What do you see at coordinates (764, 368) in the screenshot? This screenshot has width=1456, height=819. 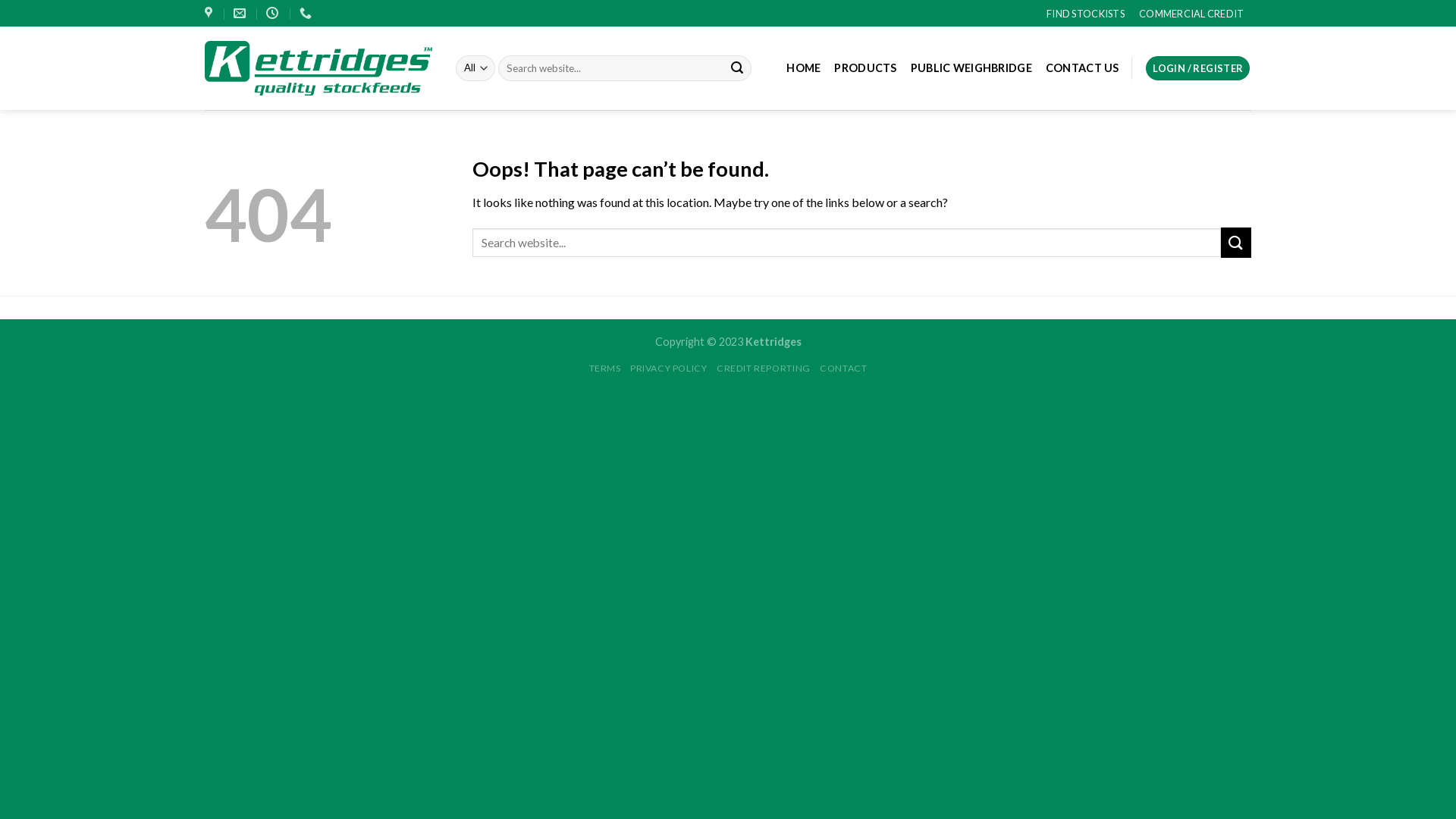 I see `'CREDIT REPORTING'` at bounding box center [764, 368].